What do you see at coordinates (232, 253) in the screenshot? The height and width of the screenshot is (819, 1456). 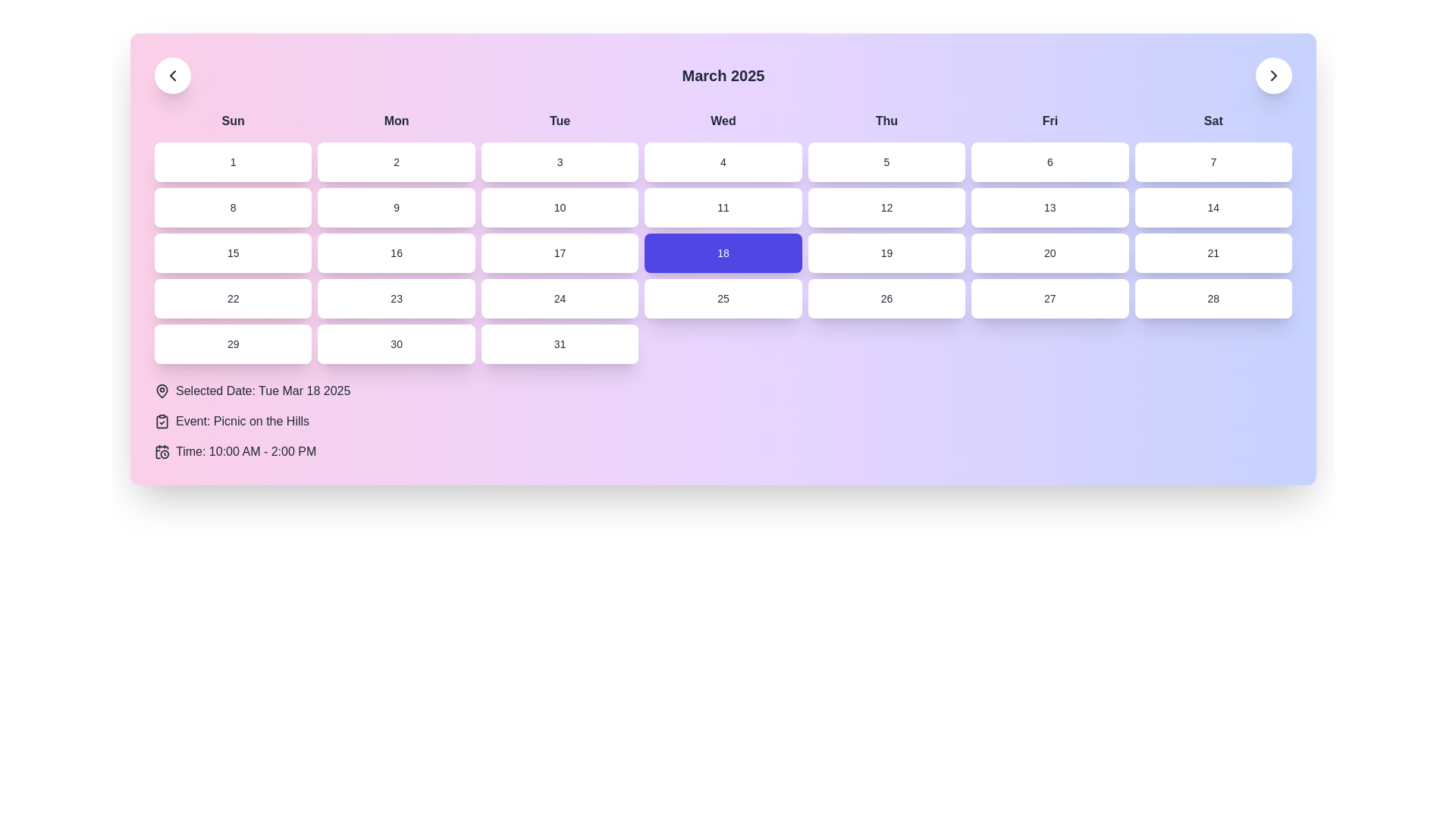 I see `the selectable date button representing the 15th day of the month in the calendar interface to change its background color` at bounding box center [232, 253].